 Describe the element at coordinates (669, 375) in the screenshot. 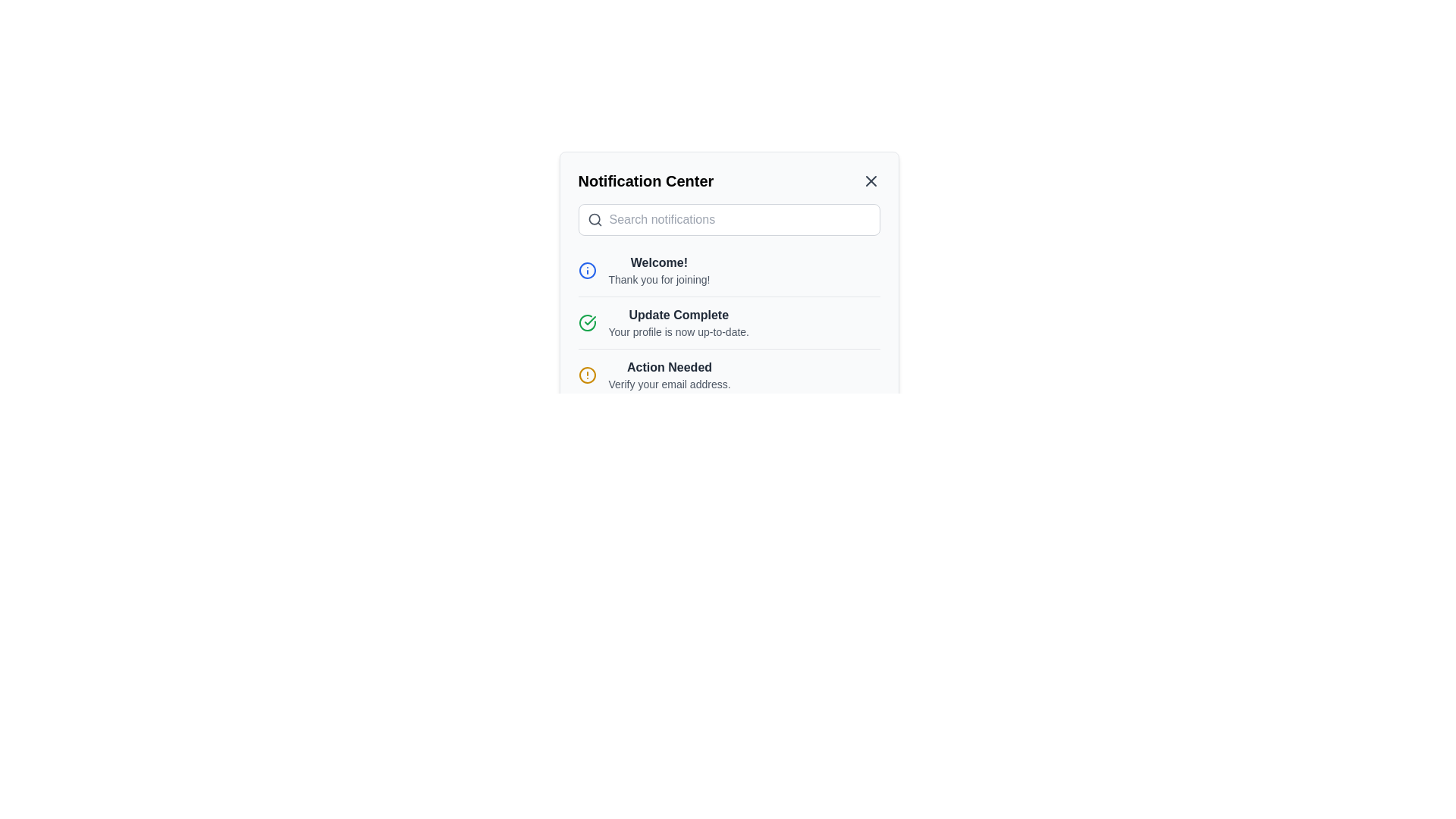

I see `text element that provides a notification to verify the user's email address, which is the third item under the 'Notification Center' header` at that location.